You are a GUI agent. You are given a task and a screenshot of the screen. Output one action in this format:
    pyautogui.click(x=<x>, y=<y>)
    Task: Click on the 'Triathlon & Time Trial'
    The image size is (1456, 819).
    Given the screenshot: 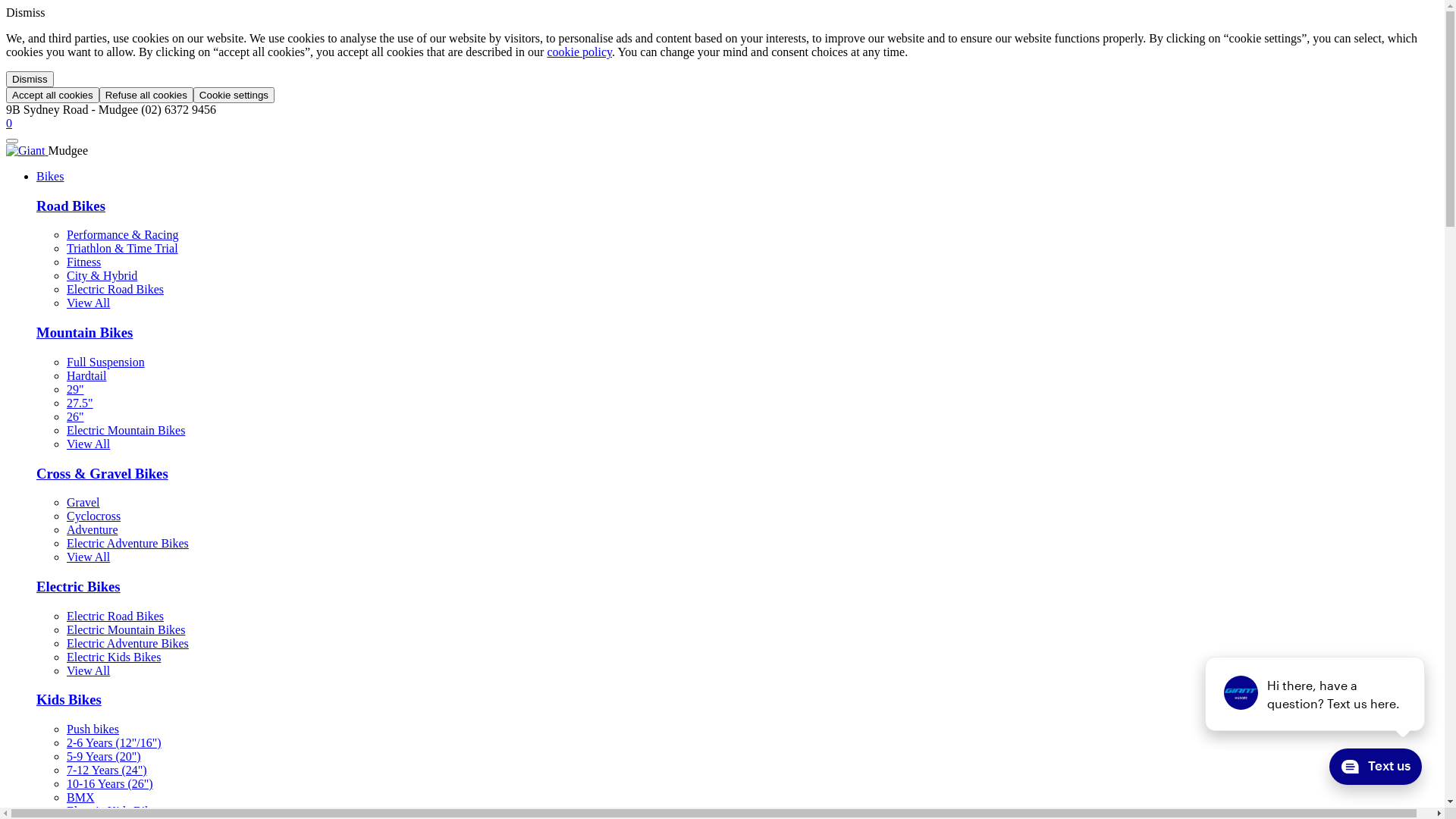 What is the action you would take?
    pyautogui.click(x=122, y=247)
    